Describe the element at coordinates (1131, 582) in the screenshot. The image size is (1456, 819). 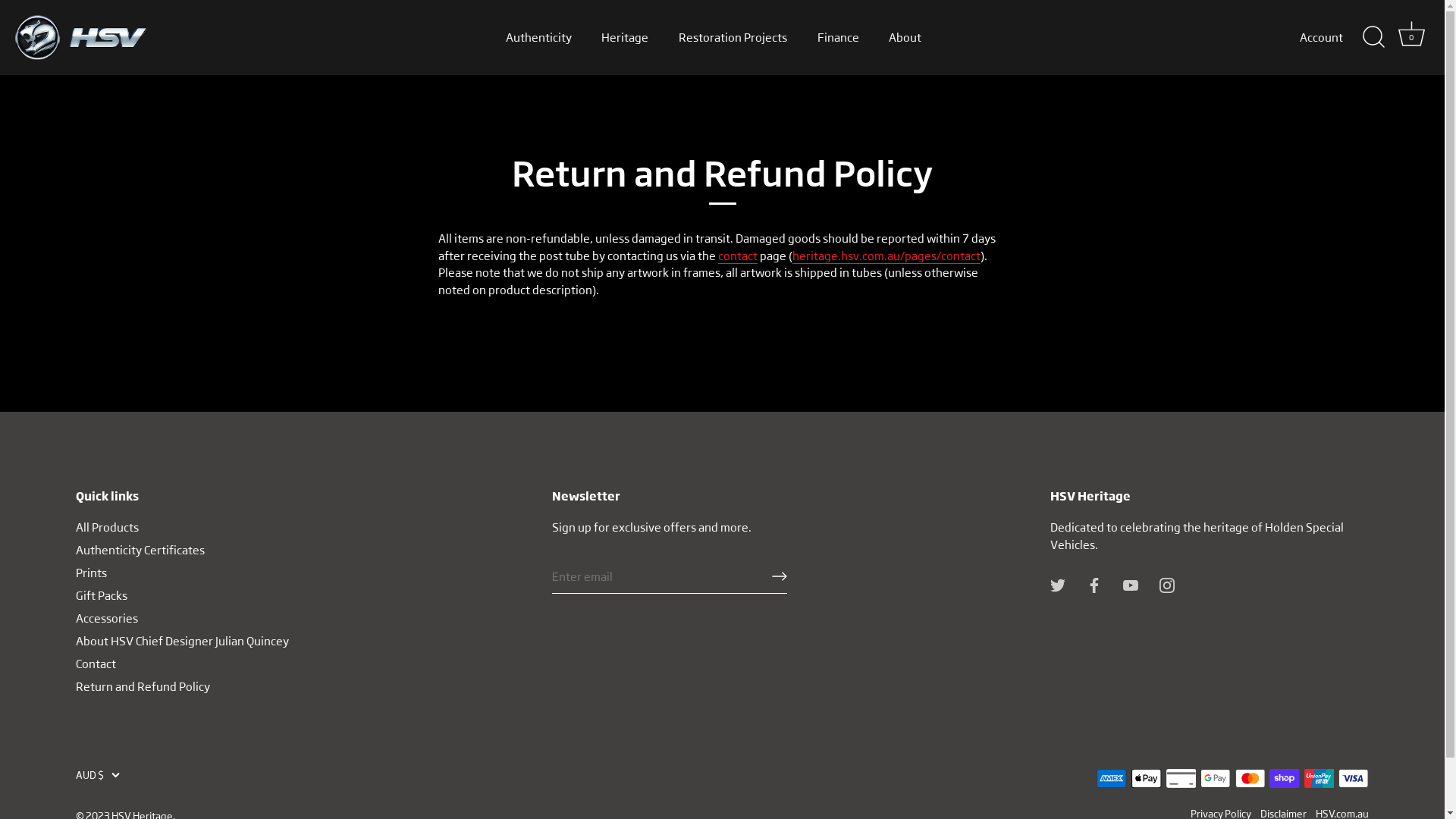
I see `'Youtube'` at that location.